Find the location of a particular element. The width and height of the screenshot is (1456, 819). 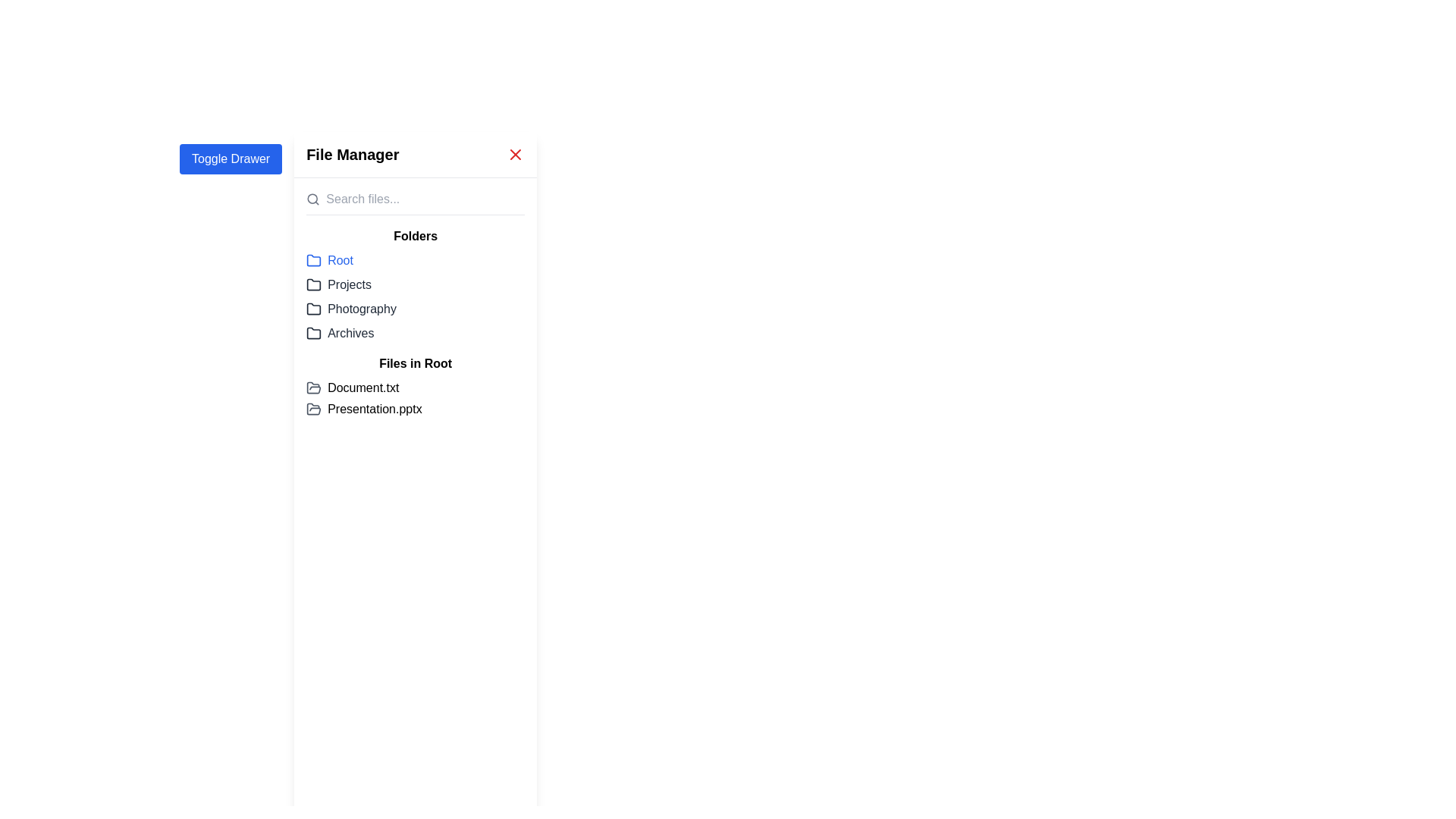

the 'Root' text label and folder icon located in the left sidebar under the 'Folders' section is located at coordinates (329, 259).